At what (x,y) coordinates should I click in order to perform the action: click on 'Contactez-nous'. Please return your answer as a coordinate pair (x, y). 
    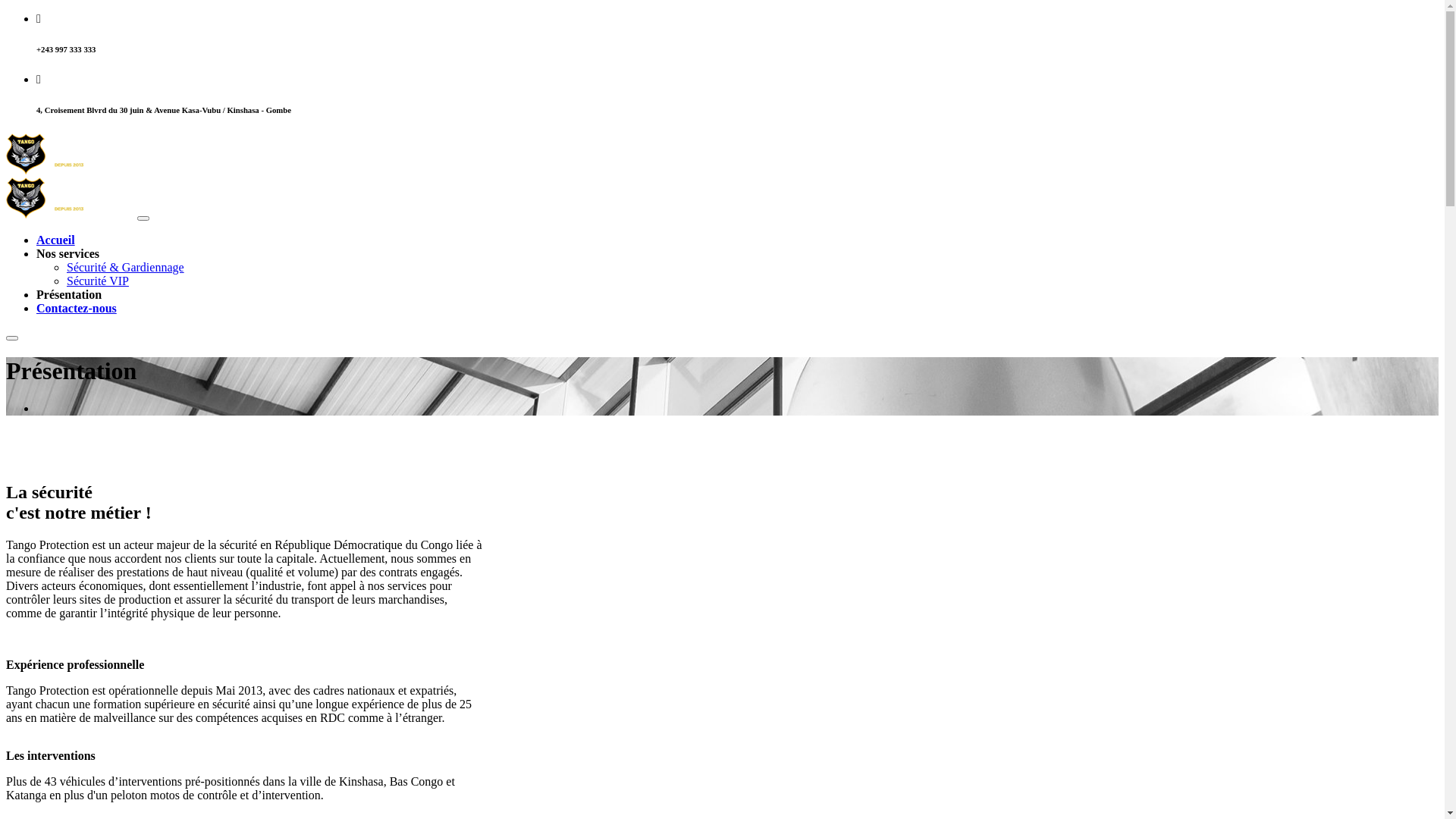
    Looking at the image, I should click on (75, 307).